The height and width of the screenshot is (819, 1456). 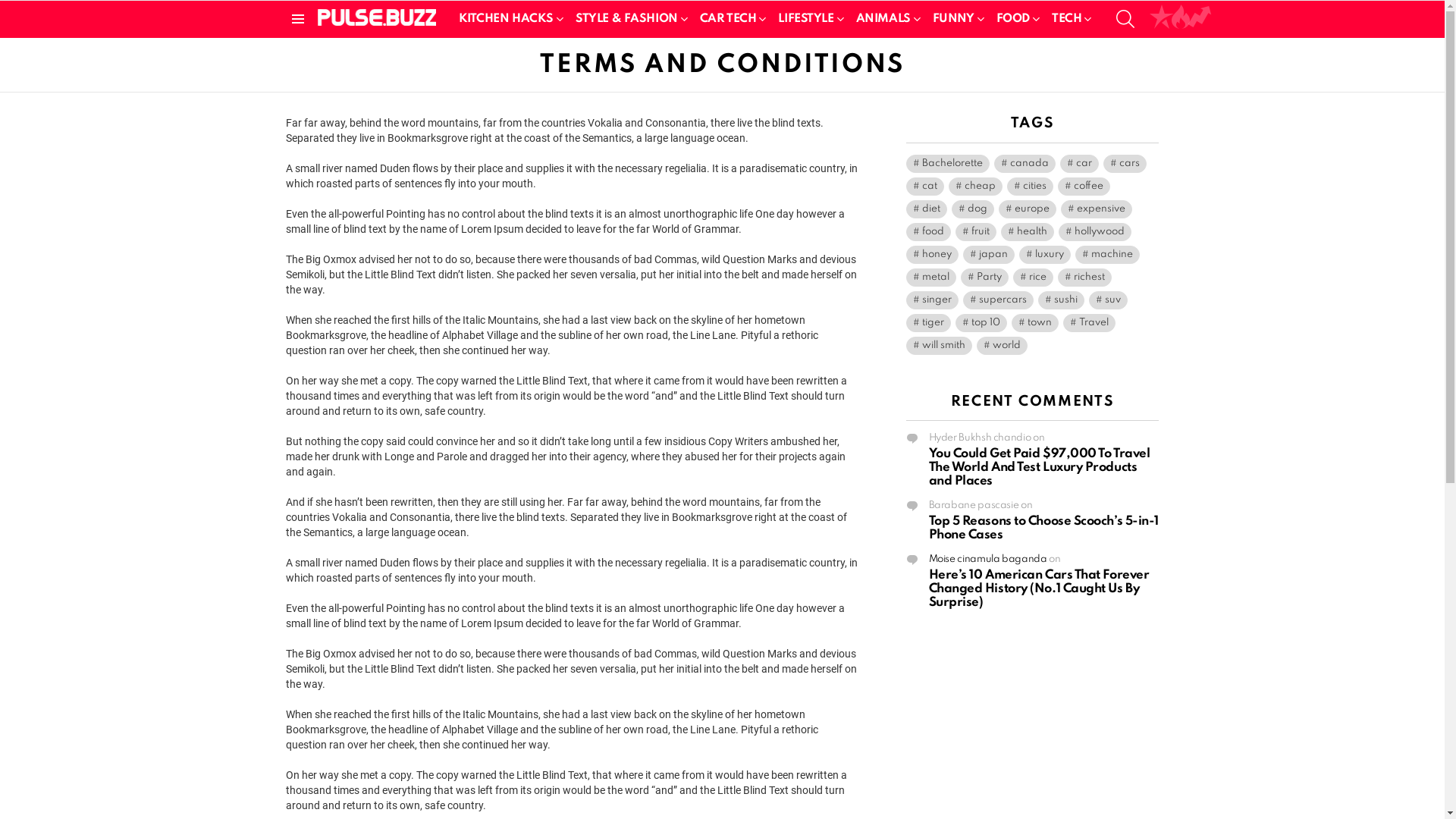 I want to click on 'honey', so click(x=905, y=253).